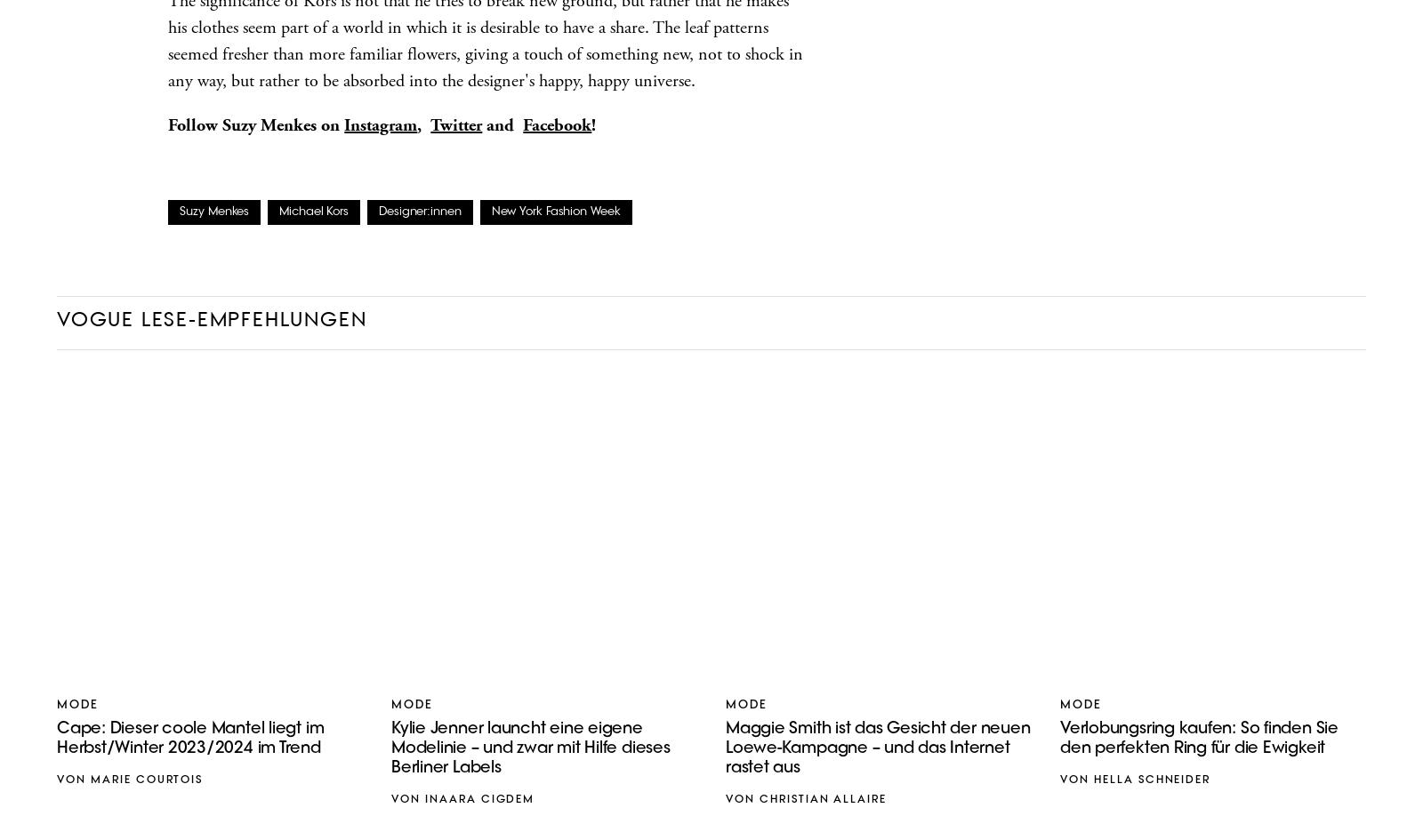 Image resolution: width=1423 pixels, height=840 pixels. Describe the element at coordinates (1198, 739) in the screenshot. I see `'Verlobungsring kaufen: So finden Sie den perfekten Ring für die Ewigkeit'` at that location.